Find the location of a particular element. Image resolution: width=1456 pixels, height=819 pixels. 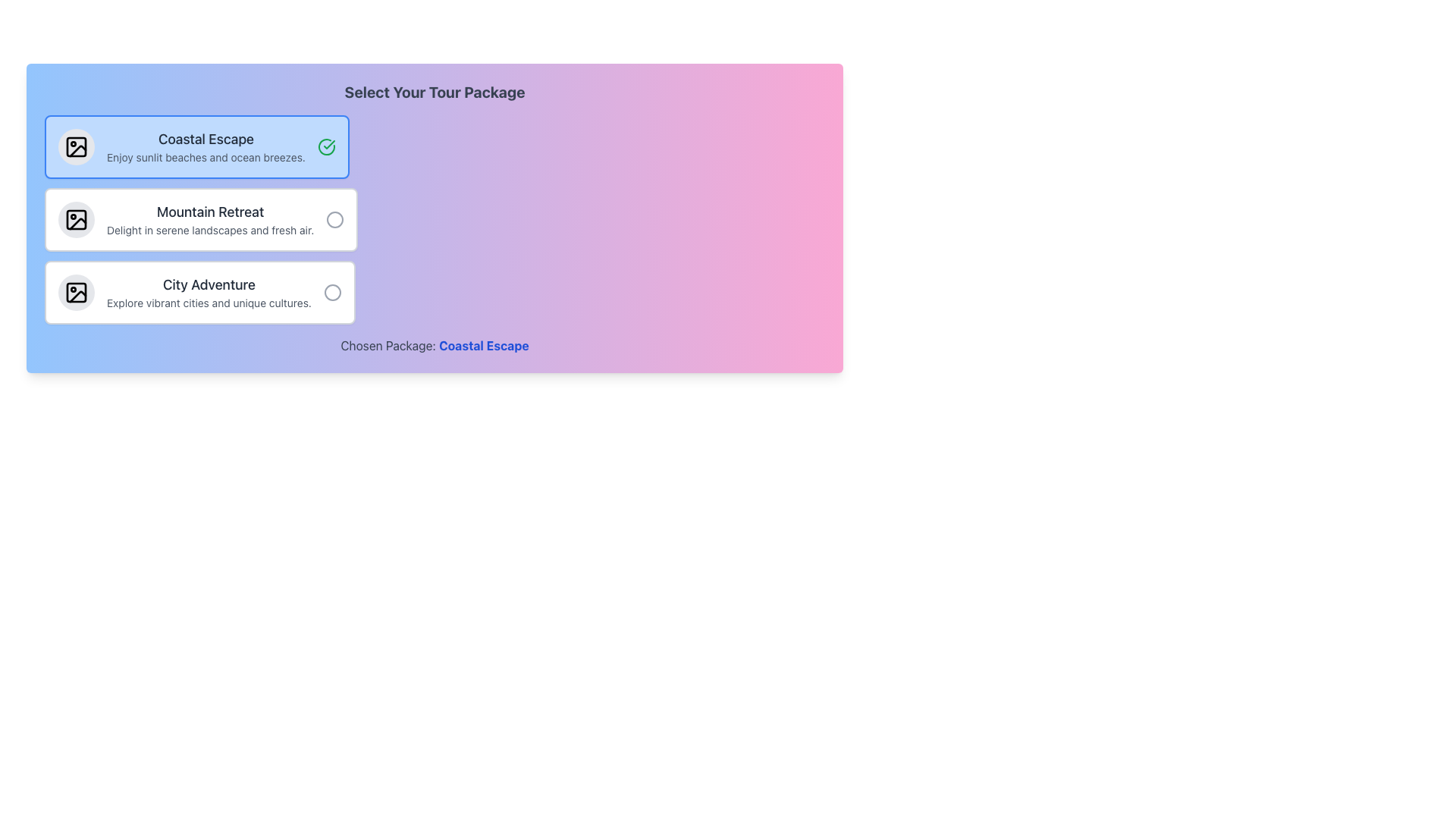

the Text Label element displaying 'Coastal Escape' to read its content is located at coordinates (205, 140).